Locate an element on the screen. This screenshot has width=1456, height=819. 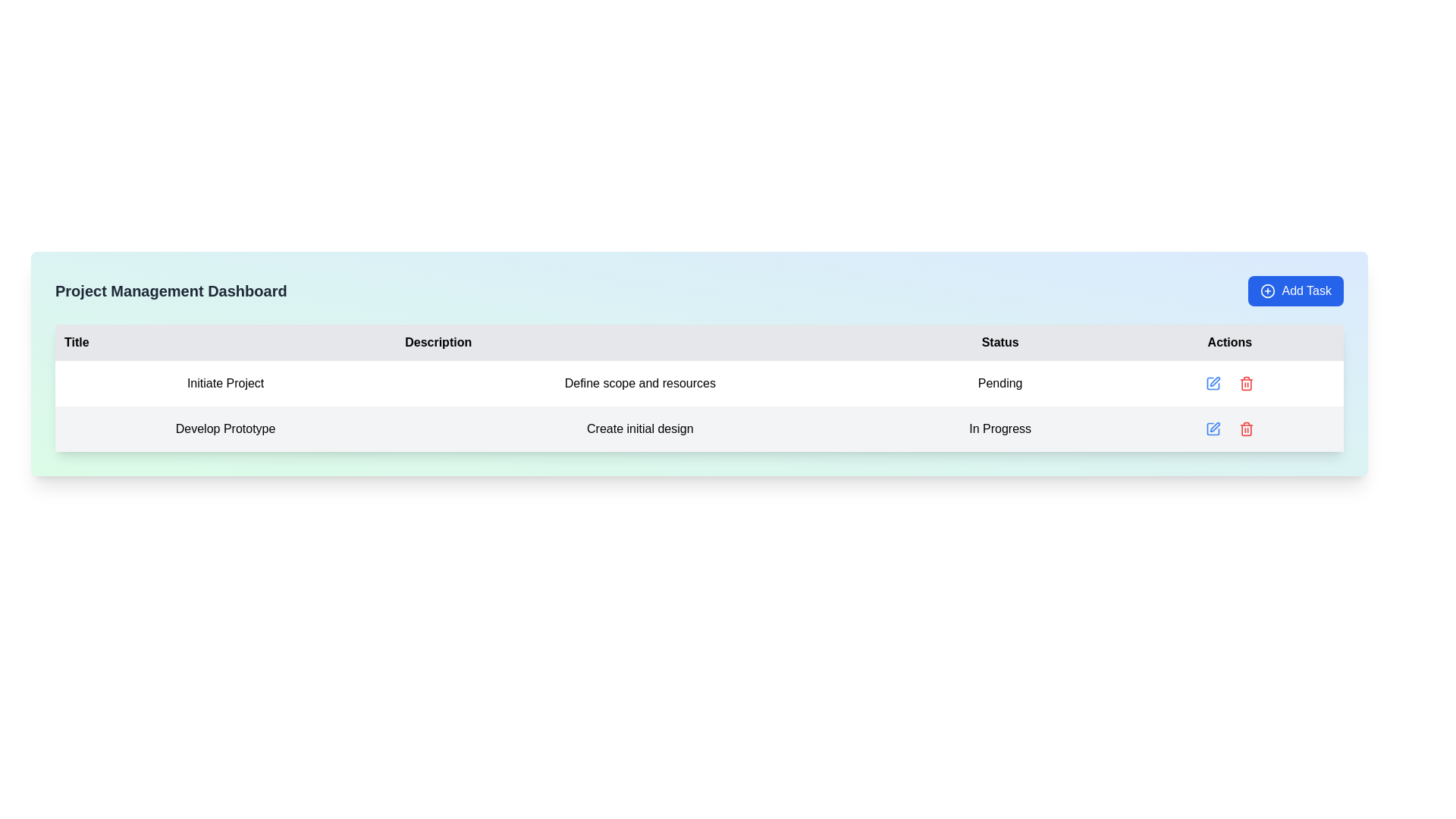
the trash can icon button in the 'Actions' column to initiate task deletion for the 'In Progress' task row is located at coordinates (1246, 430).